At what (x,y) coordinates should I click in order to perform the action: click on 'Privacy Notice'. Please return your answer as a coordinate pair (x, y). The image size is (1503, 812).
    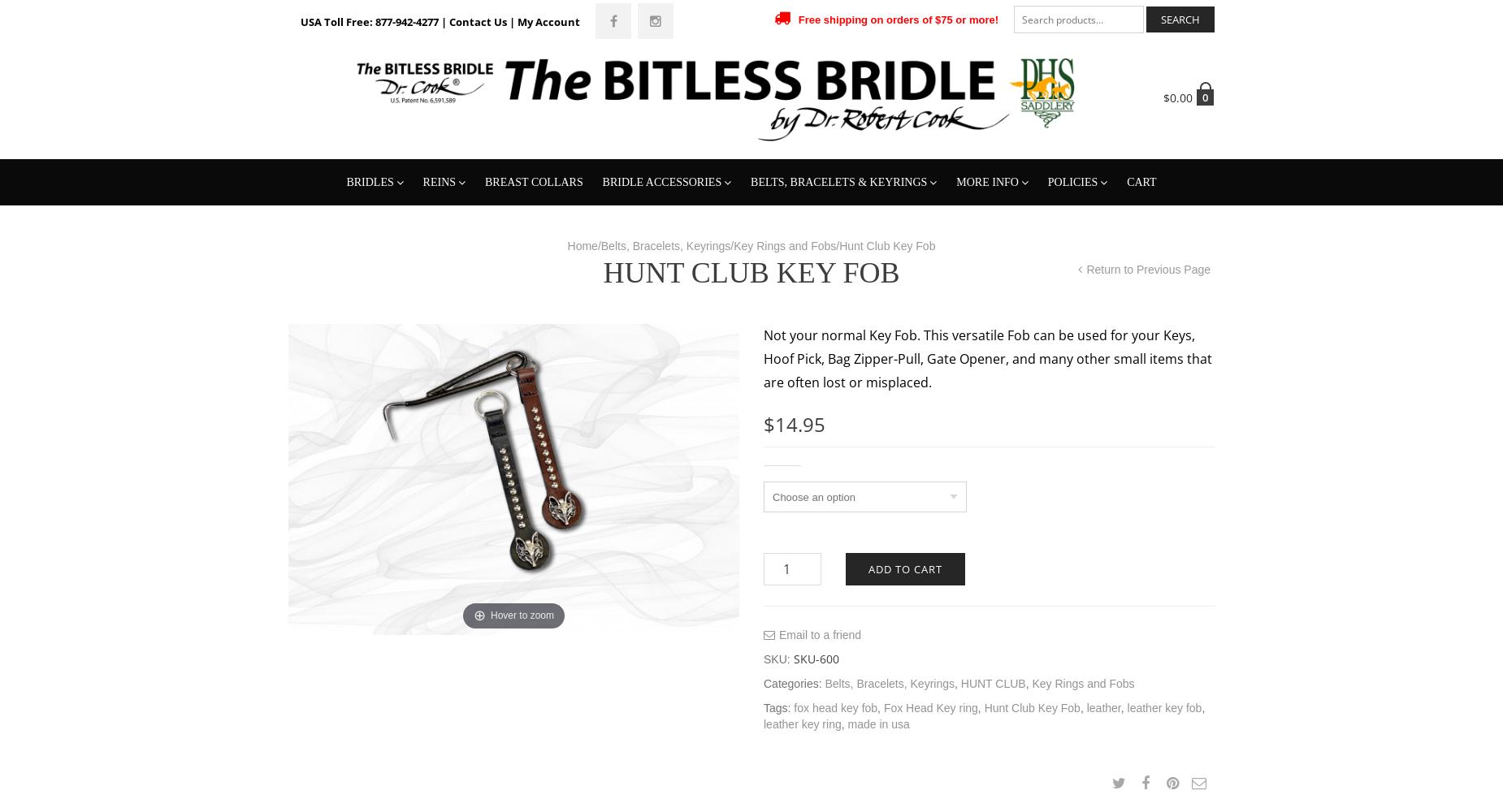
    Looking at the image, I should click on (1055, 258).